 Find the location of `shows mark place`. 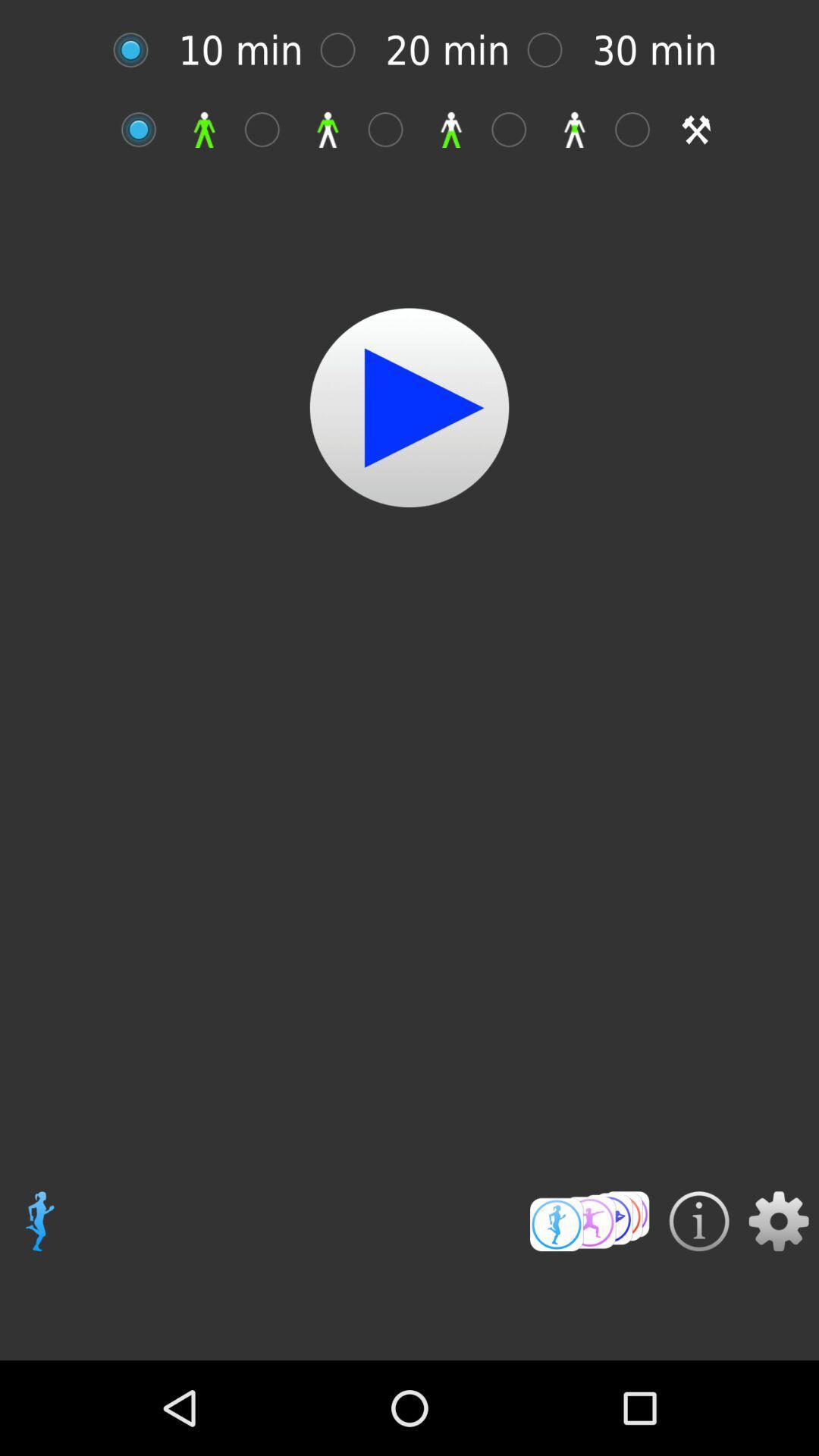

shows mark place is located at coordinates (553, 50).